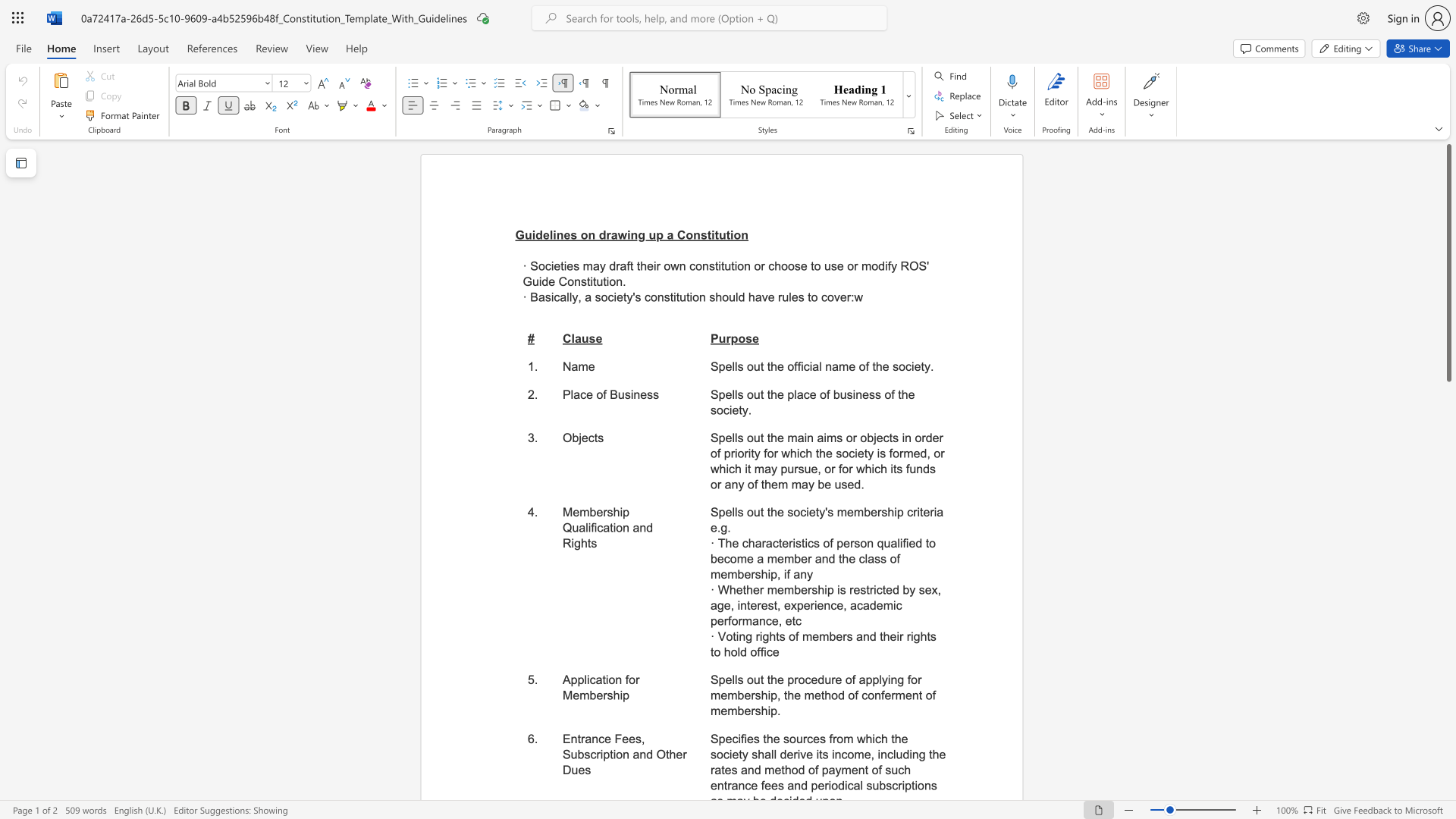  I want to click on the vertical scrollbar to lower the page content, so click(1448, 704).